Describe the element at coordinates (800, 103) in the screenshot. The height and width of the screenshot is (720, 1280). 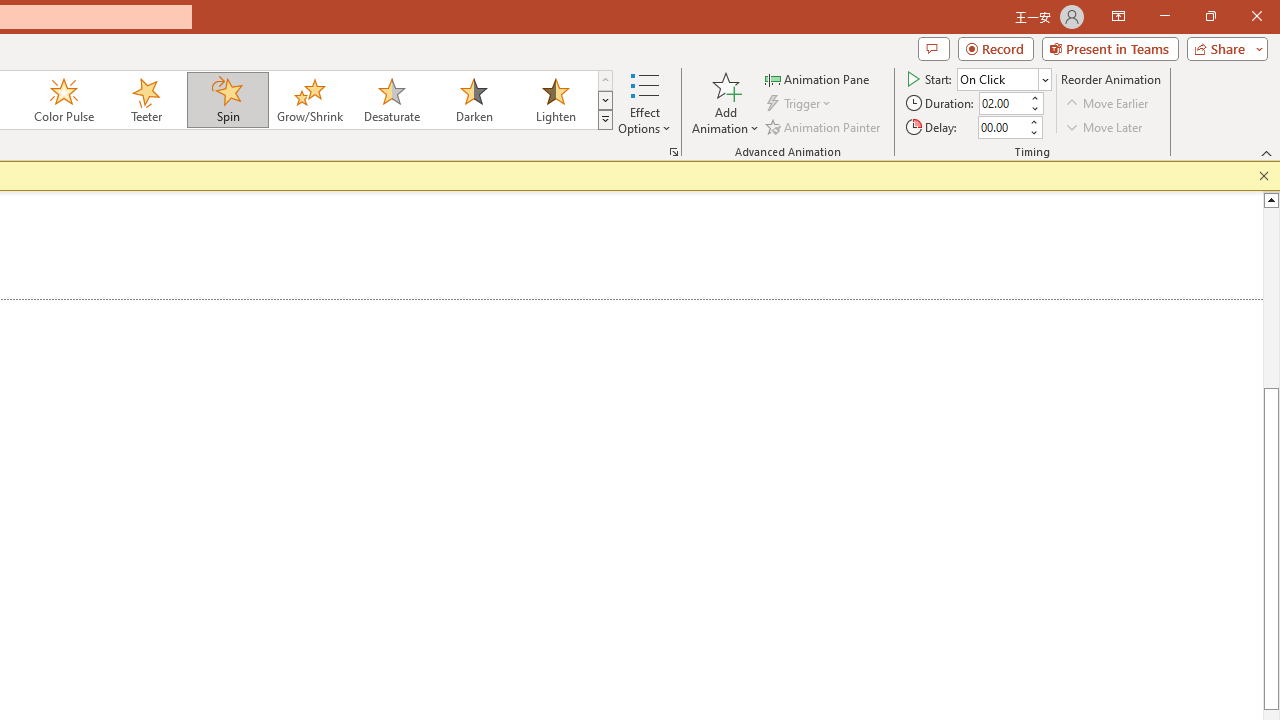
I see `'Trigger'` at that location.